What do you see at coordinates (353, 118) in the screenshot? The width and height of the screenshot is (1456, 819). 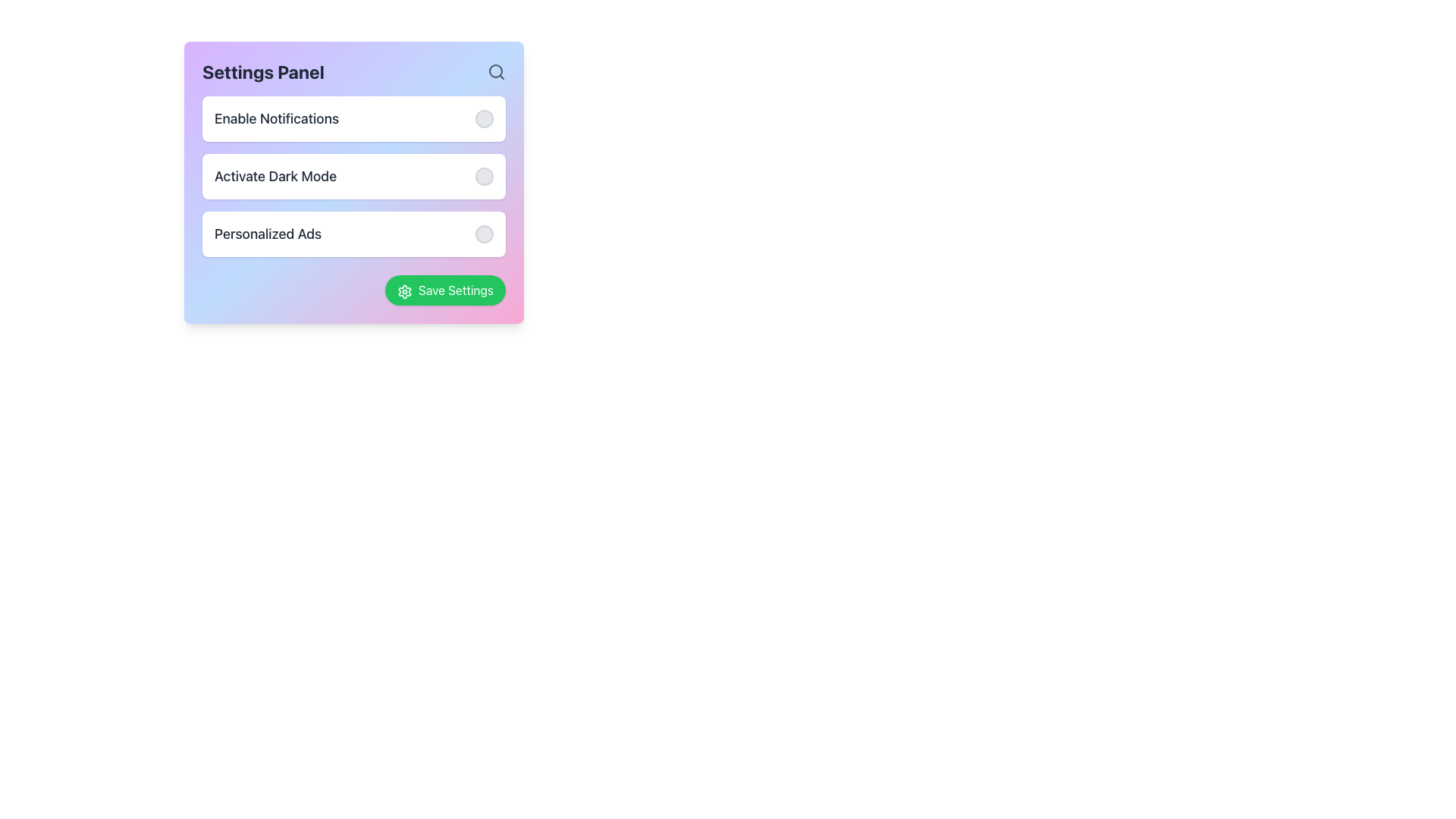 I see `the toggle switch for 'Enable Notifications' located in the settings panel` at bounding box center [353, 118].